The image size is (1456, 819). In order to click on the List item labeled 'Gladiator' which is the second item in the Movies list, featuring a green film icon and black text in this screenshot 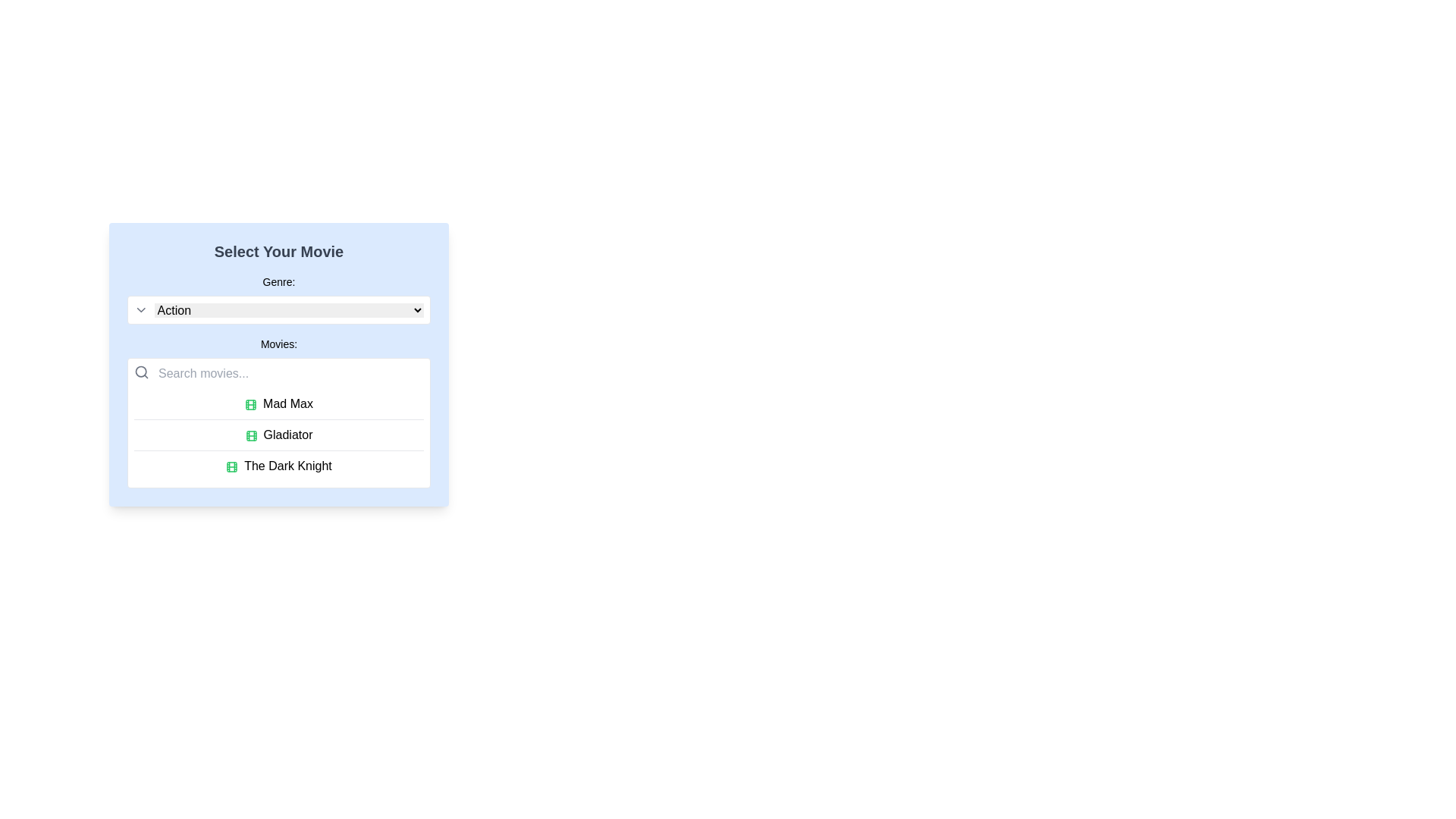, I will do `click(279, 435)`.